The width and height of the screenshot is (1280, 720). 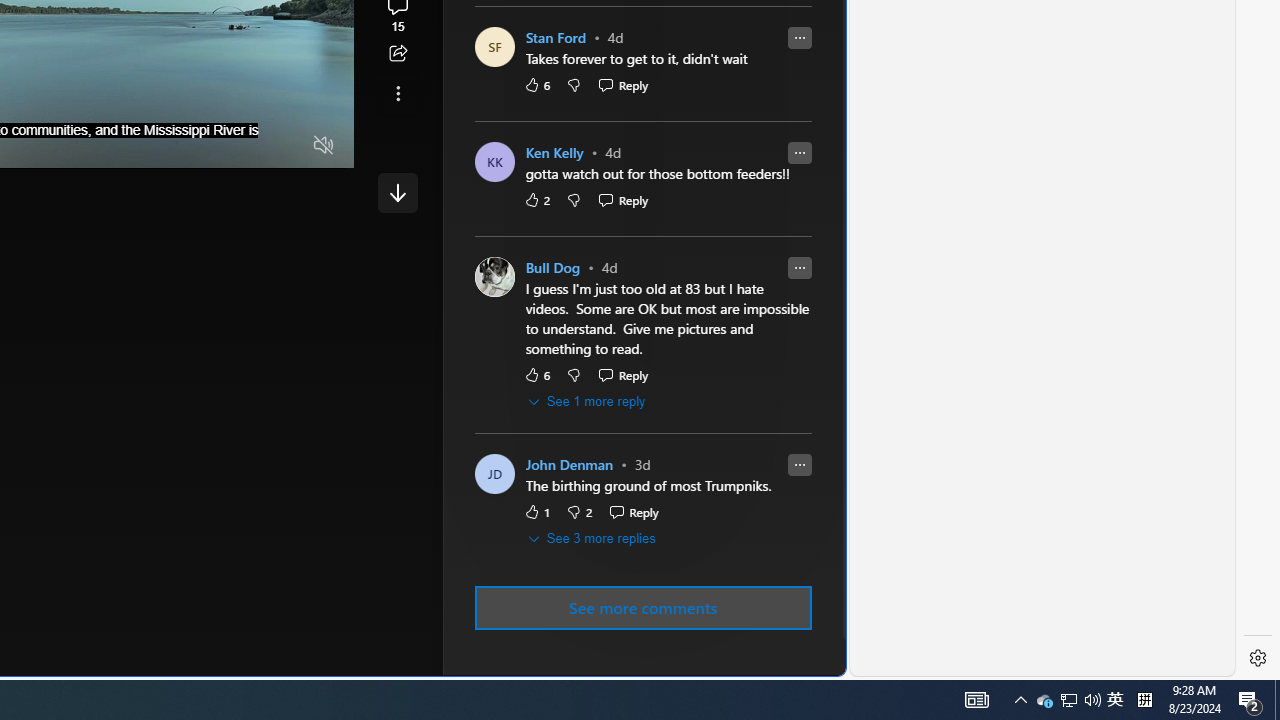 What do you see at coordinates (285, 145) in the screenshot?
I see `'Fullscreen'` at bounding box center [285, 145].